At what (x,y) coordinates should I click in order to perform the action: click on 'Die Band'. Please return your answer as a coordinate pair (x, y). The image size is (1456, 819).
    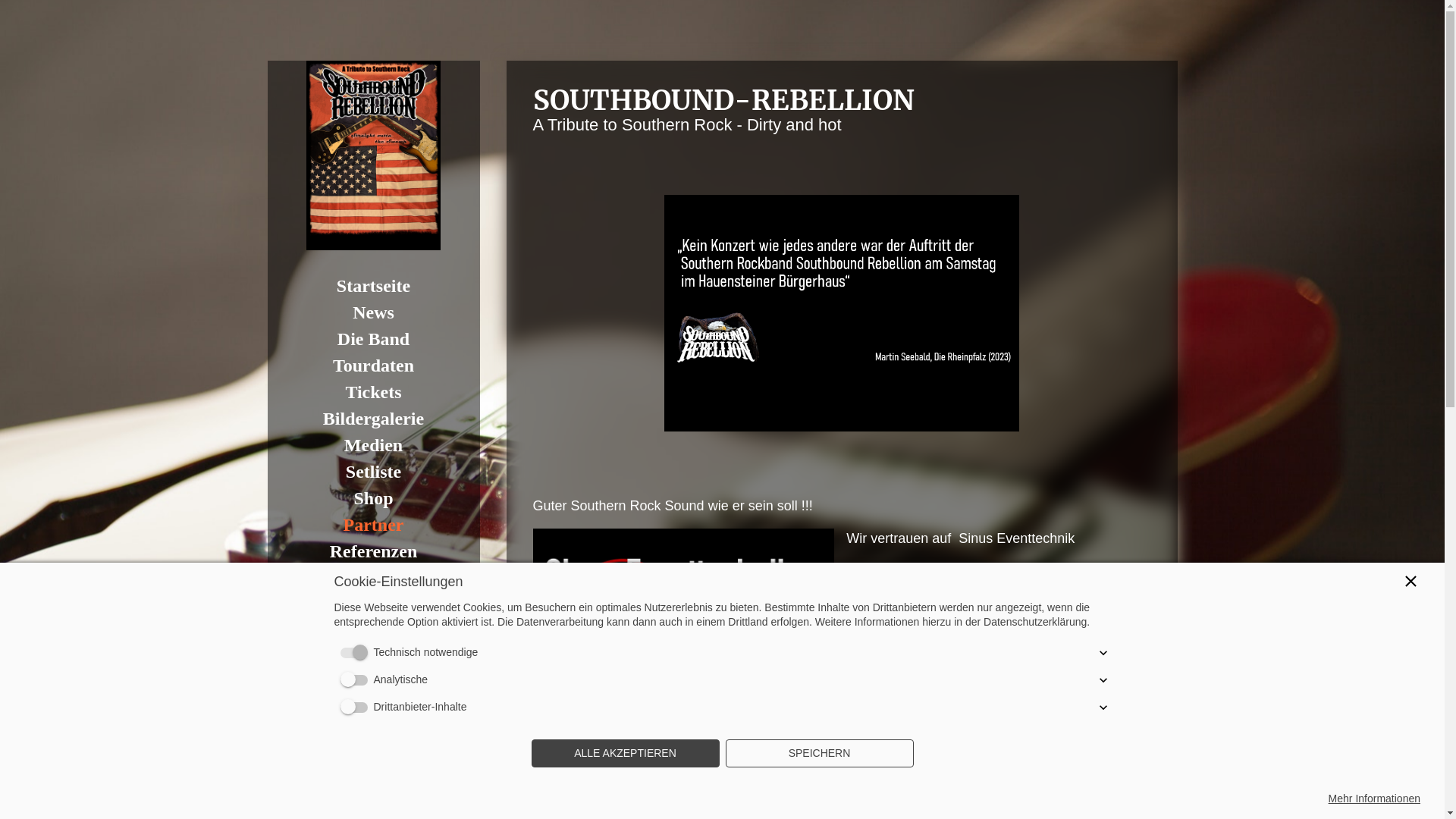
    Looking at the image, I should click on (372, 338).